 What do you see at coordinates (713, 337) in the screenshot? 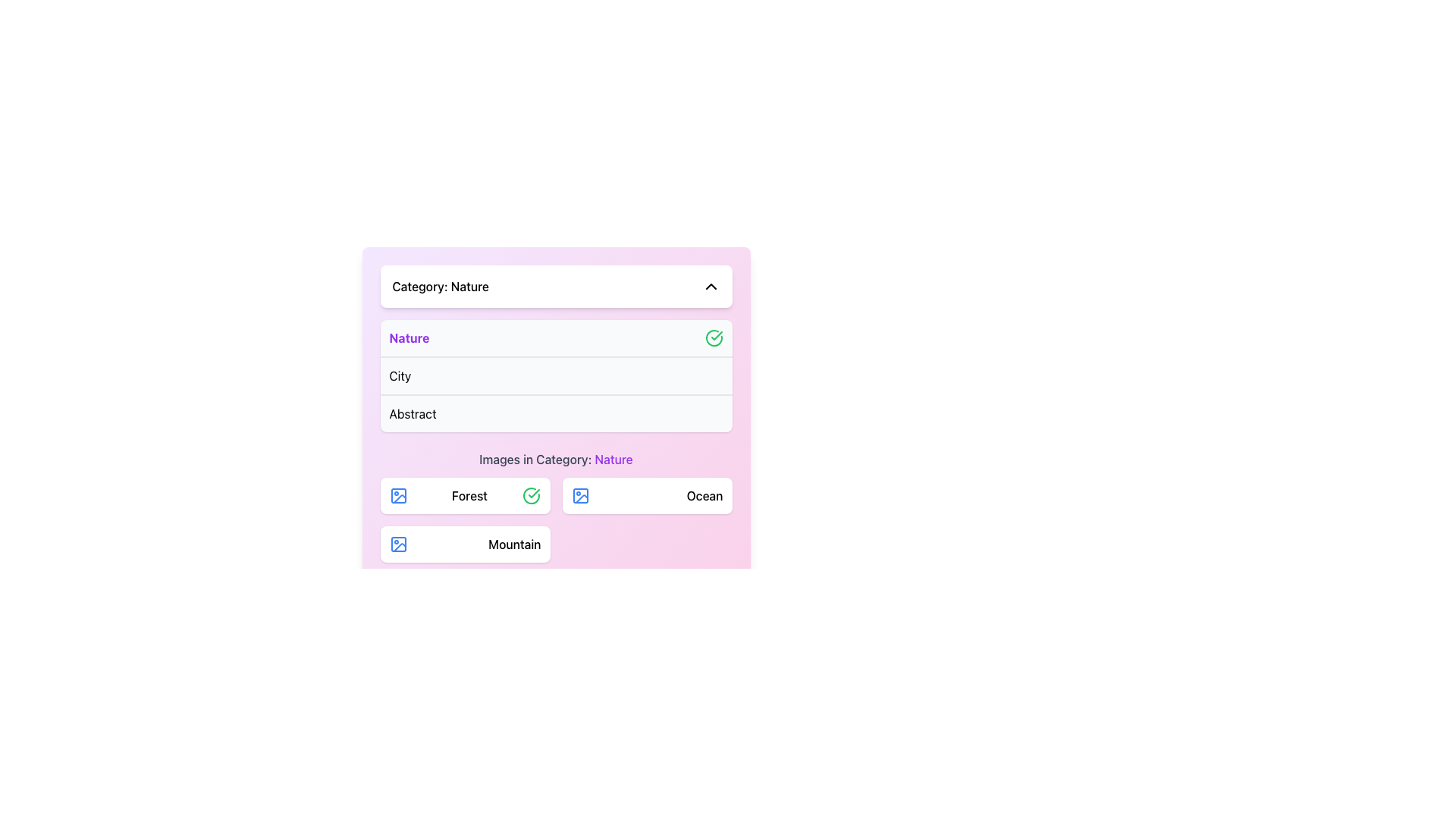
I see `the circular graphical icon with a green checkmark located to the right of the text 'Forest' in the 'Images in Category: Nature' section` at bounding box center [713, 337].